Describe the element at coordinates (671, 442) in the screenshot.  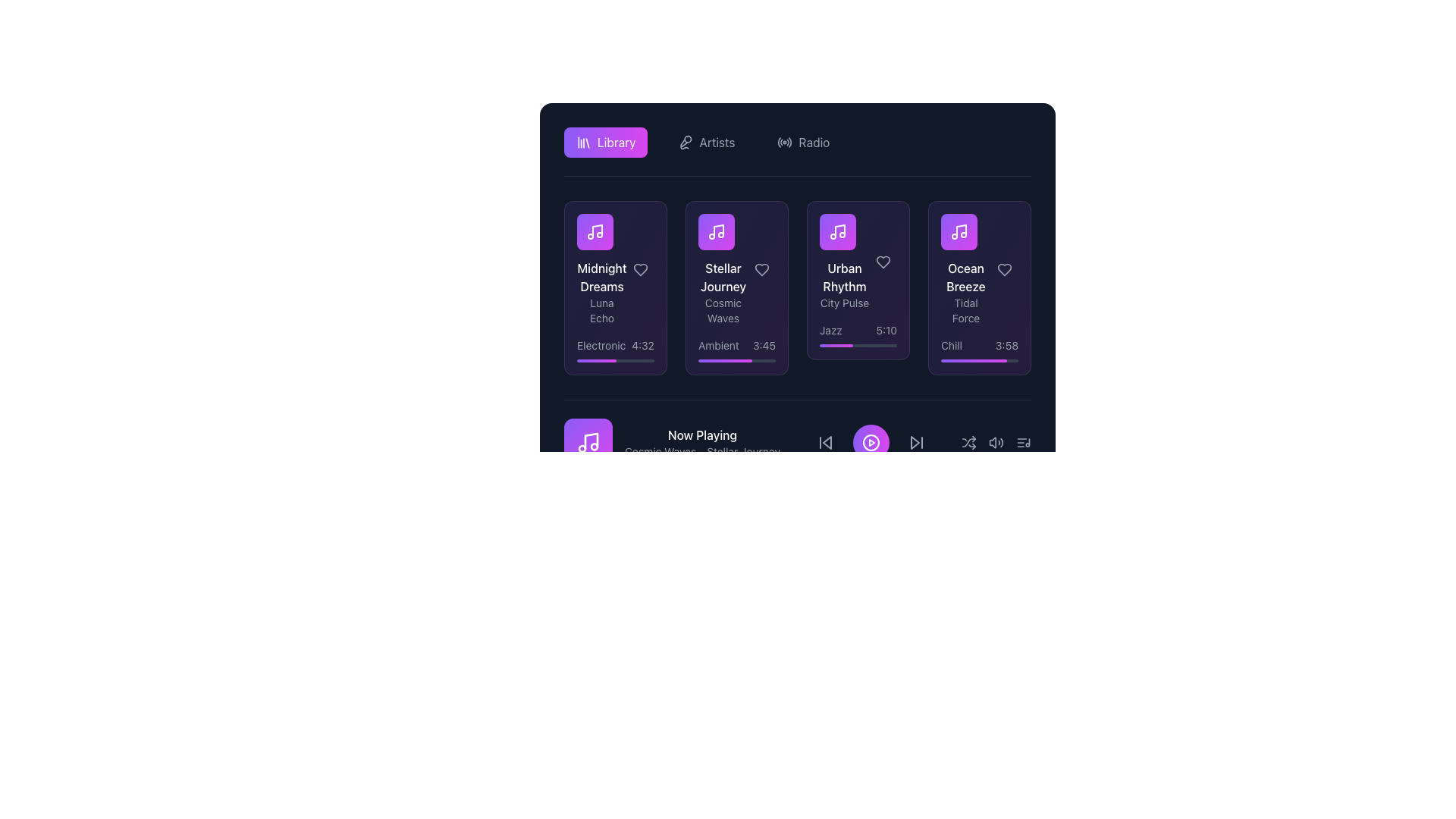
I see `displayed information from the Label titled 'Now Playing' which shows the artist and song information 'Cosmic Waves - Stellar Journey' along with a musical note icon to the left` at that location.